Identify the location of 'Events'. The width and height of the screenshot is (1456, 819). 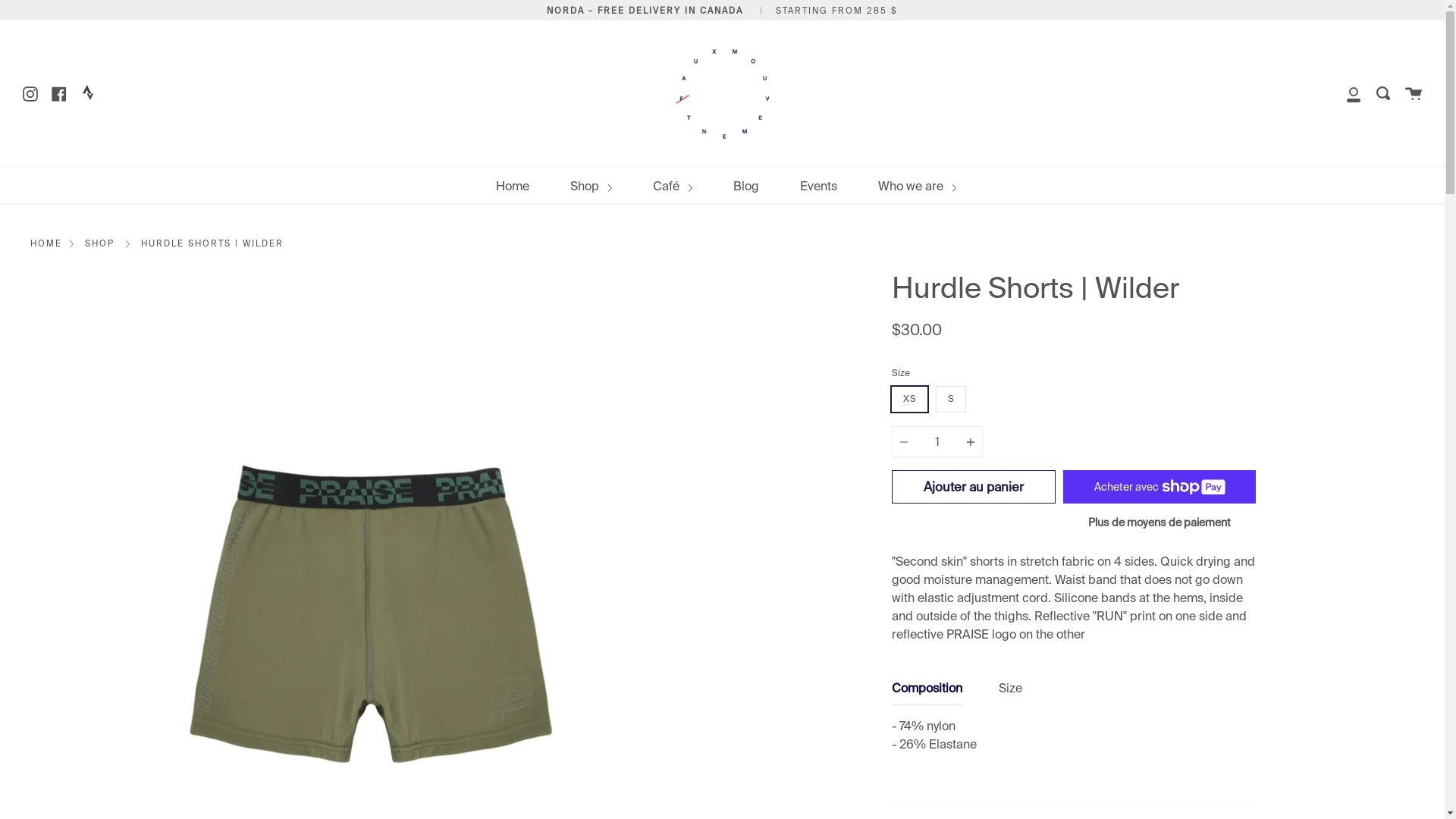
(817, 185).